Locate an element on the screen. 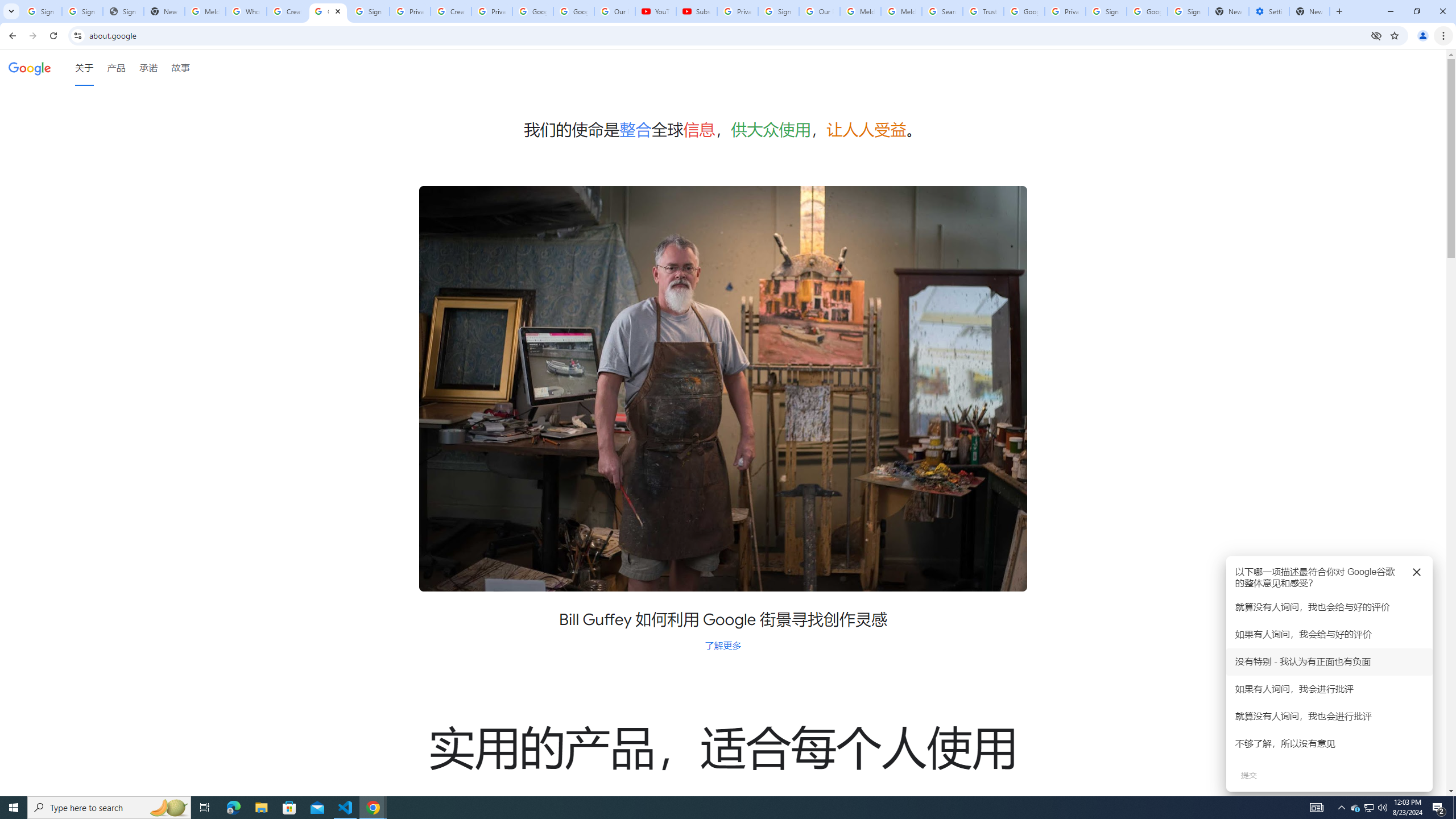 Image resolution: width=1456 pixels, height=819 pixels. 'Create your Google Account' is located at coordinates (287, 11).